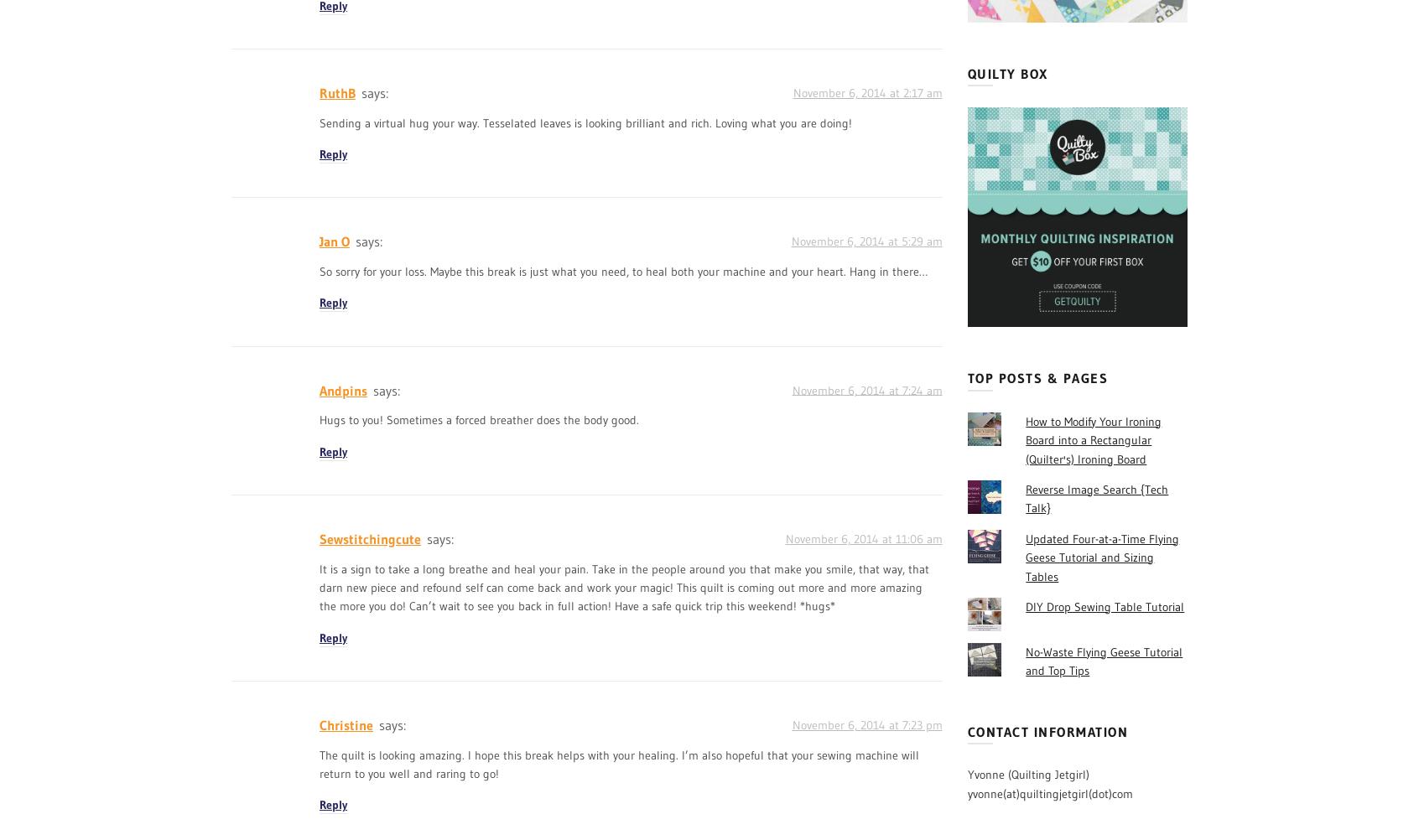  I want to click on 'Contact Information', so click(1047, 731).